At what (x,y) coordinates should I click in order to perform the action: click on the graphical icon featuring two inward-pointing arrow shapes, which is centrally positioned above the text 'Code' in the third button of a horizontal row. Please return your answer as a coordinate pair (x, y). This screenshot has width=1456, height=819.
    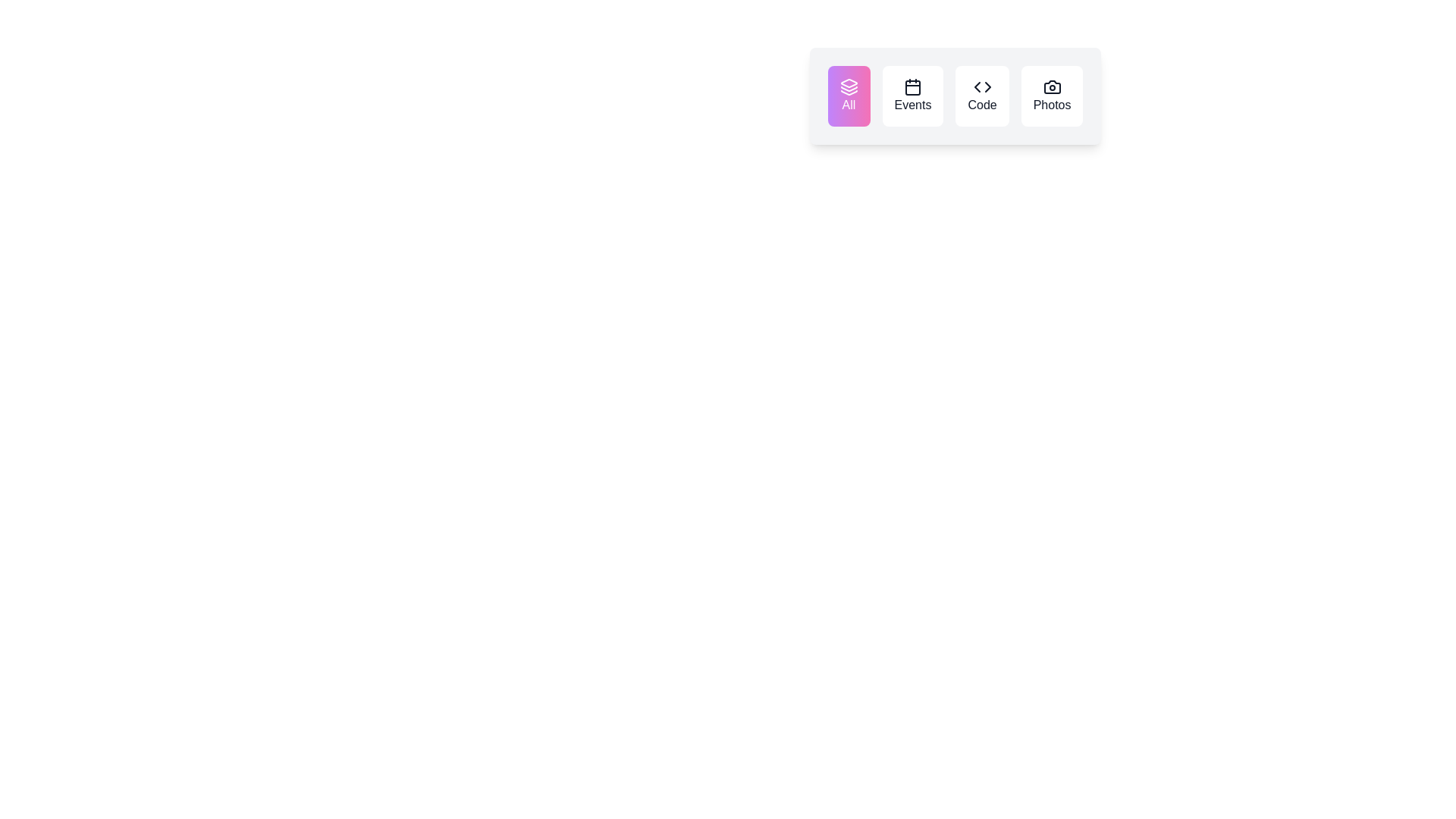
    Looking at the image, I should click on (982, 87).